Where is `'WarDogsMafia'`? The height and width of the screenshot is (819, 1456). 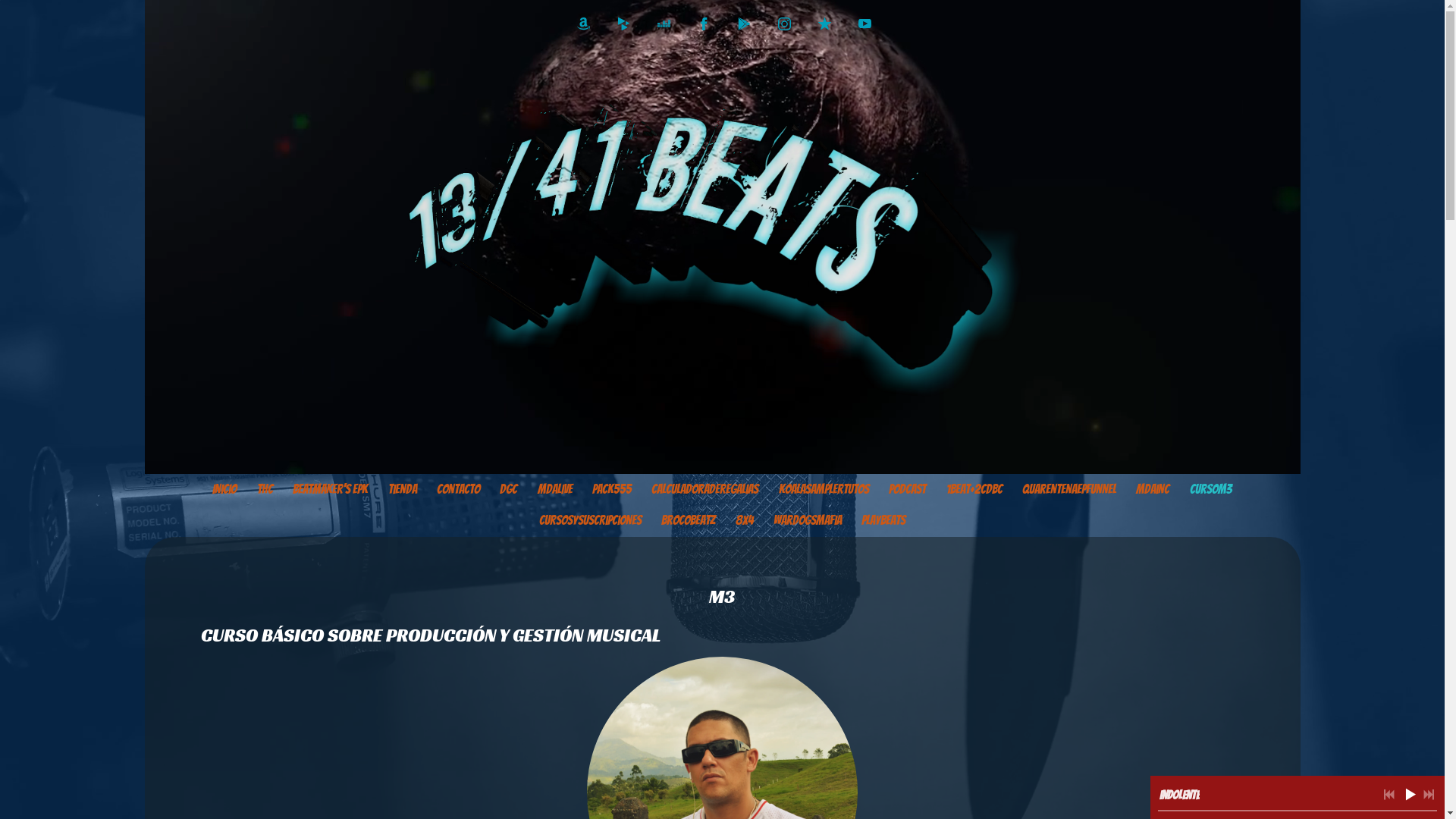
'WarDogsMafia' is located at coordinates (764, 519).